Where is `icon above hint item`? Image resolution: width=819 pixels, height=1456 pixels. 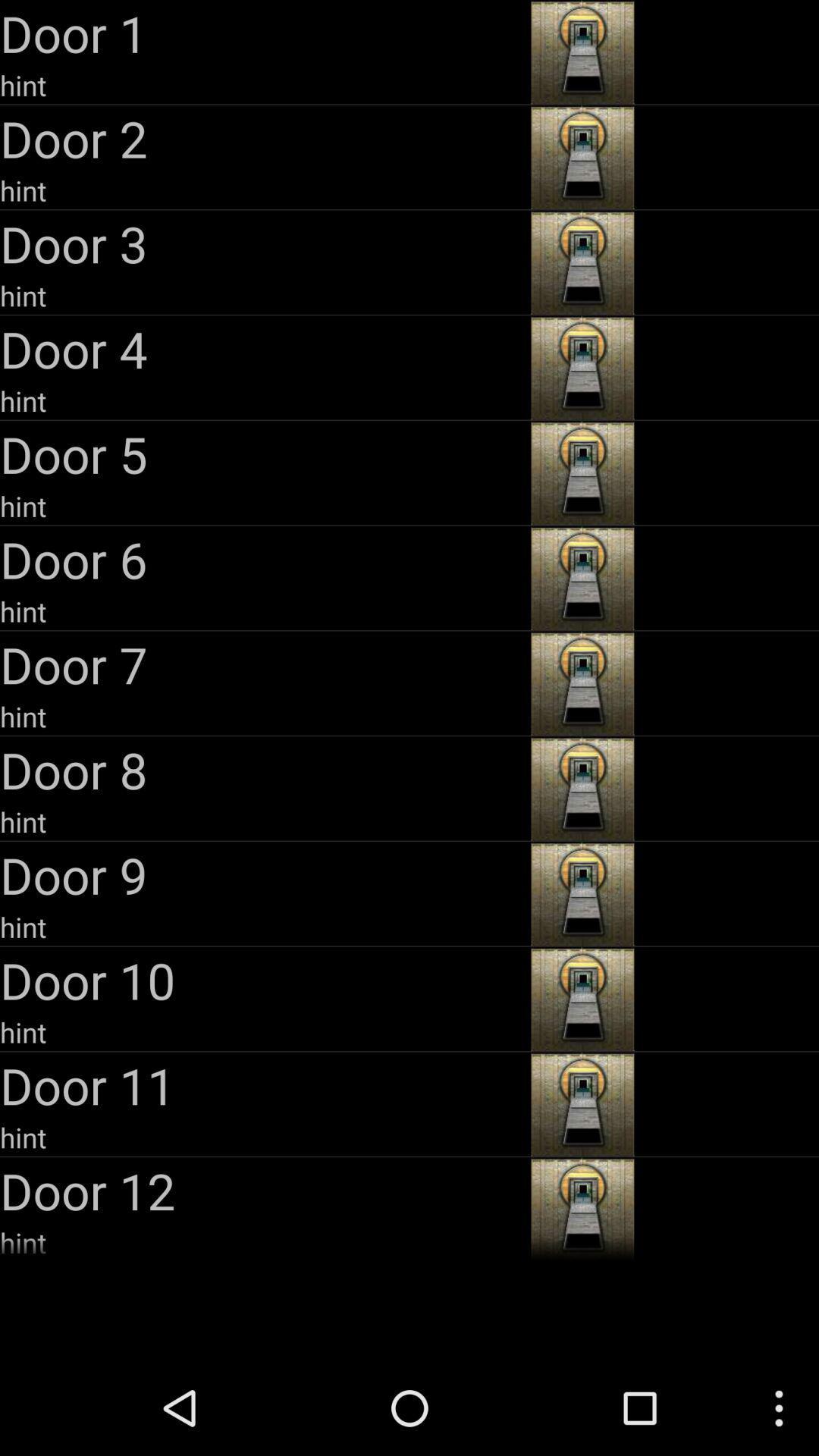 icon above hint item is located at coordinates (262, 1084).